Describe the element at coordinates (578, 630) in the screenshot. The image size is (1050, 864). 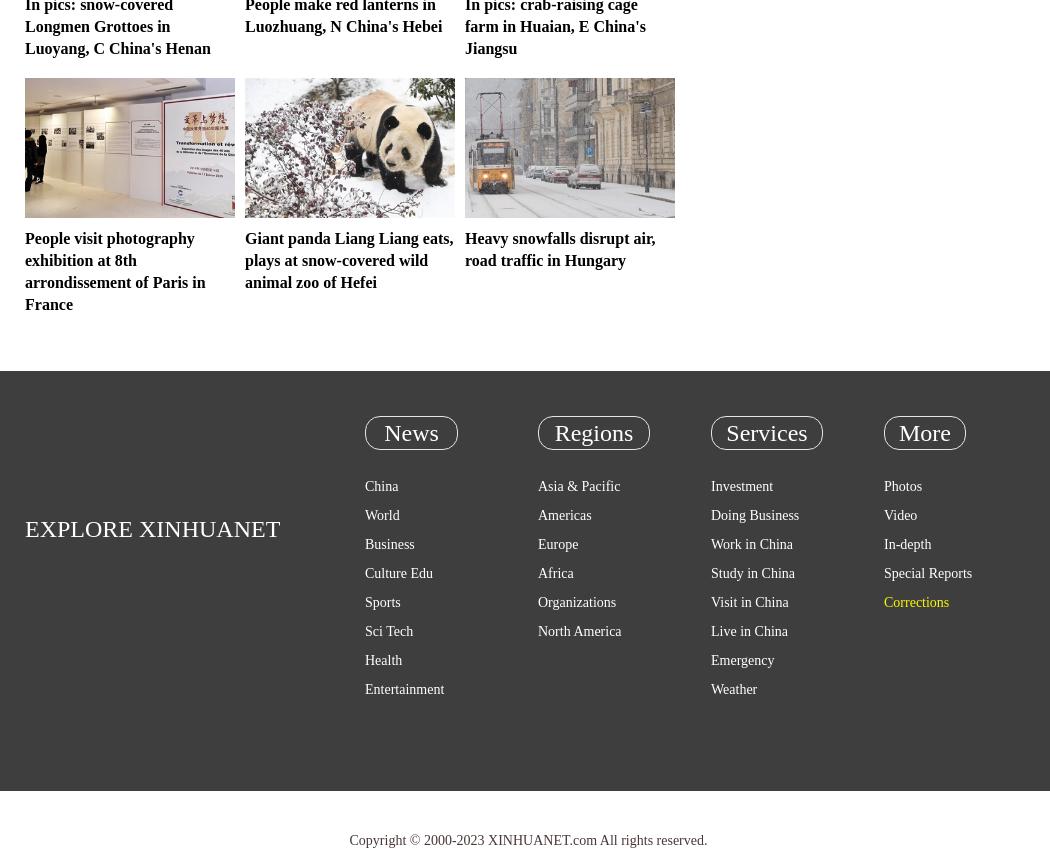
I see `'North America'` at that location.